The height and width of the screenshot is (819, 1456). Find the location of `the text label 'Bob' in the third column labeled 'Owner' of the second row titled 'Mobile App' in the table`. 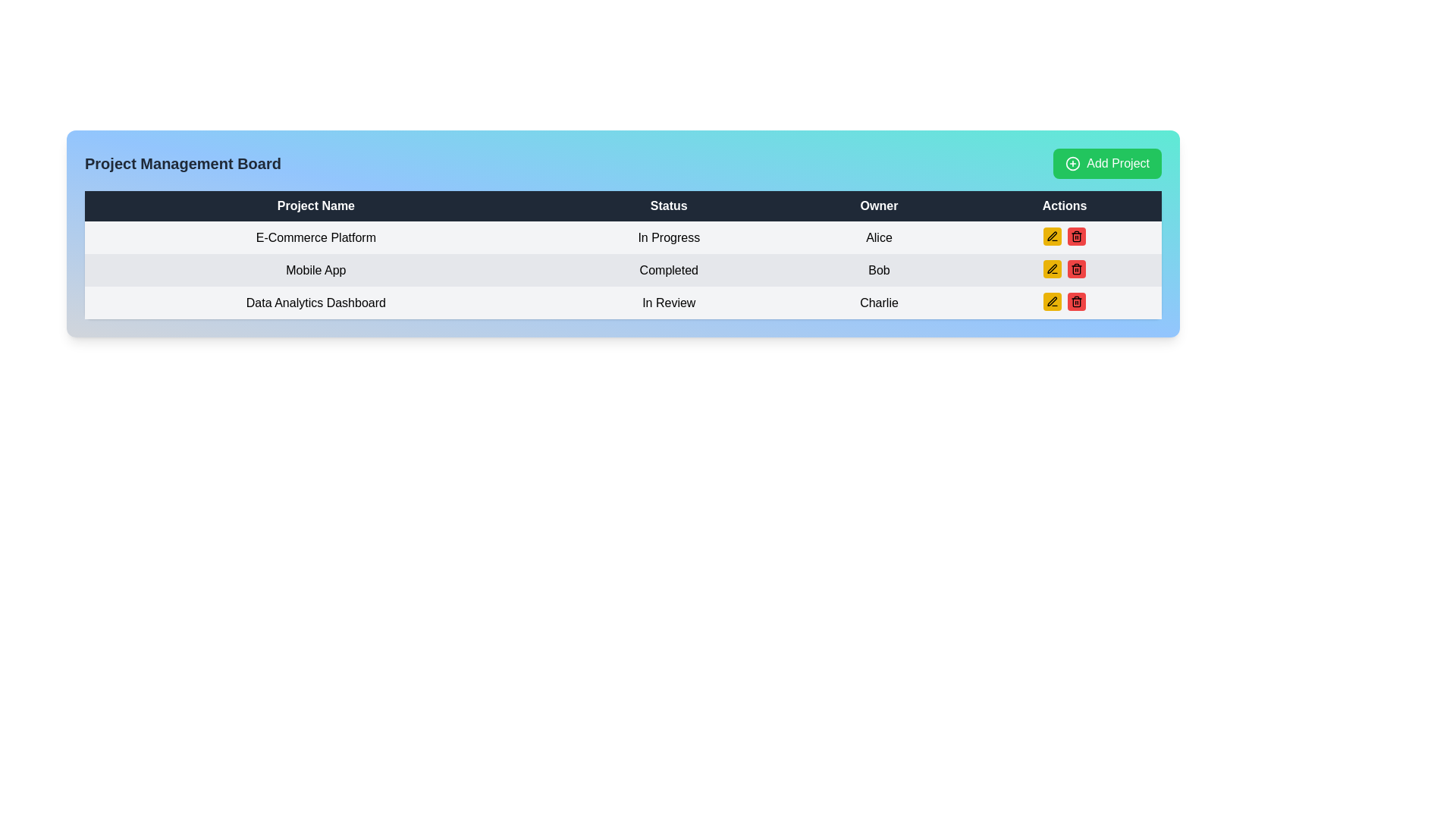

the text label 'Bob' in the third column labeled 'Owner' of the second row titled 'Mobile App' in the table is located at coordinates (879, 269).